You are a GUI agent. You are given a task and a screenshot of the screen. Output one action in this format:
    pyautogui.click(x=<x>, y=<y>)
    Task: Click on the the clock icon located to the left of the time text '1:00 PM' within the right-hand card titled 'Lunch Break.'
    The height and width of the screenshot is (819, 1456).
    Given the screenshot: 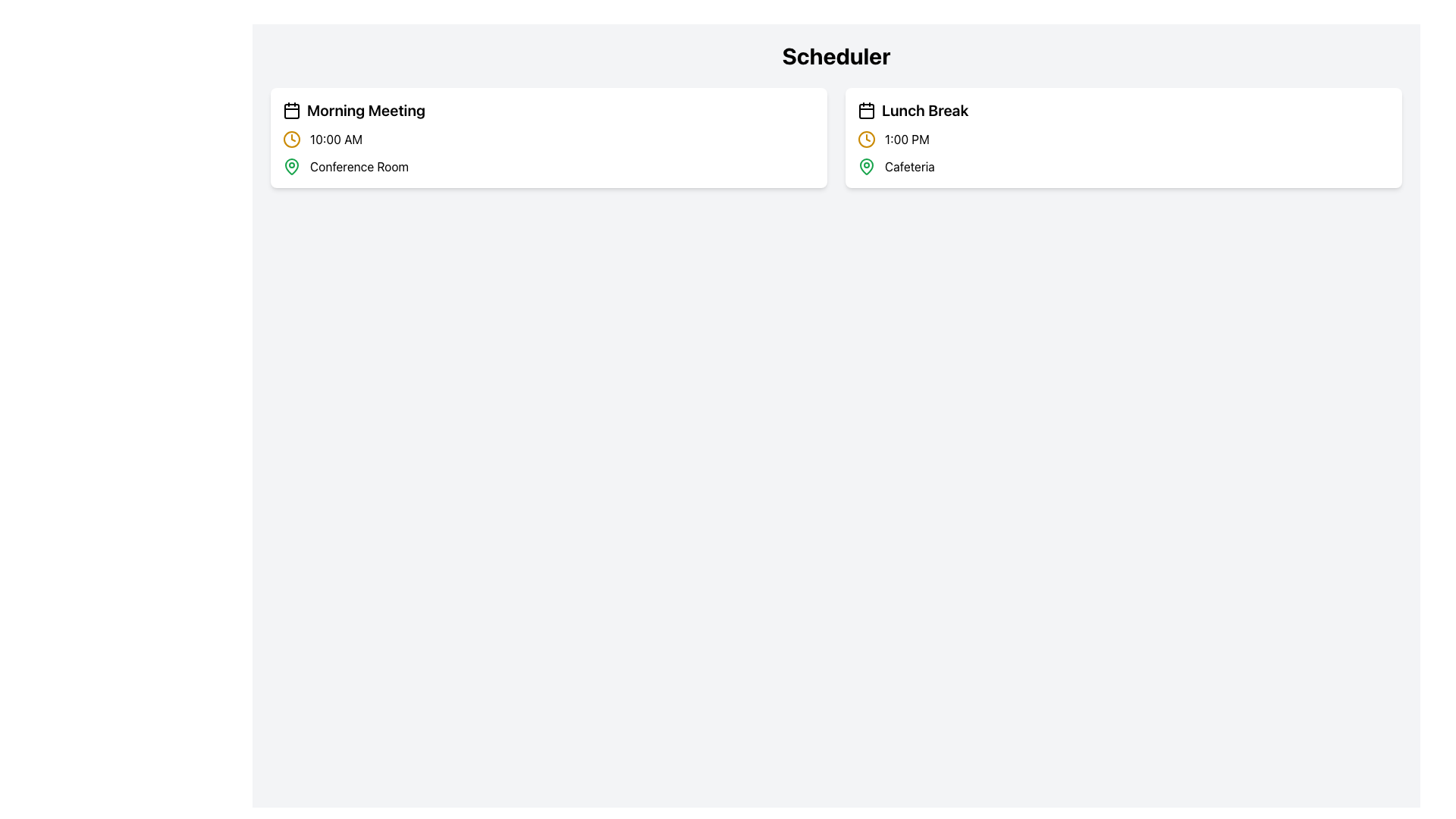 What is the action you would take?
    pyautogui.click(x=866, y=140)
    